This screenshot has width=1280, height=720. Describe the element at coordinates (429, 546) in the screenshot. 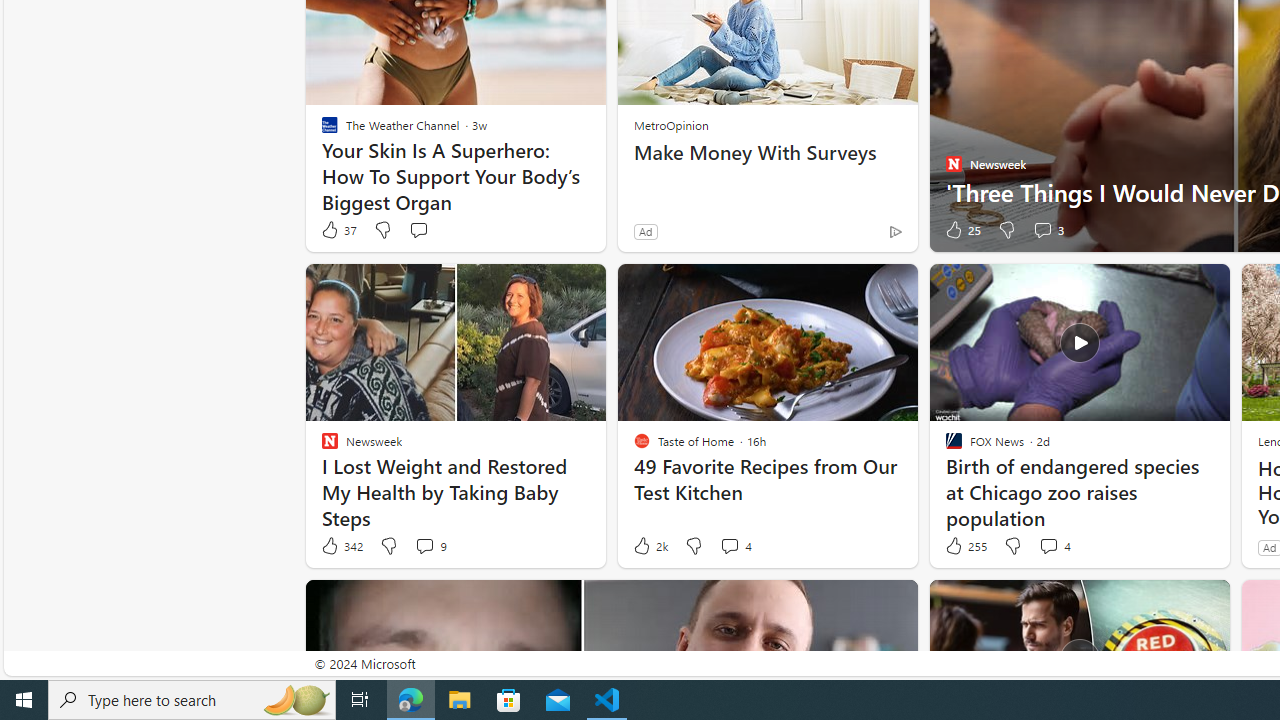

I see `'View comments 9 Comment'` at that location.